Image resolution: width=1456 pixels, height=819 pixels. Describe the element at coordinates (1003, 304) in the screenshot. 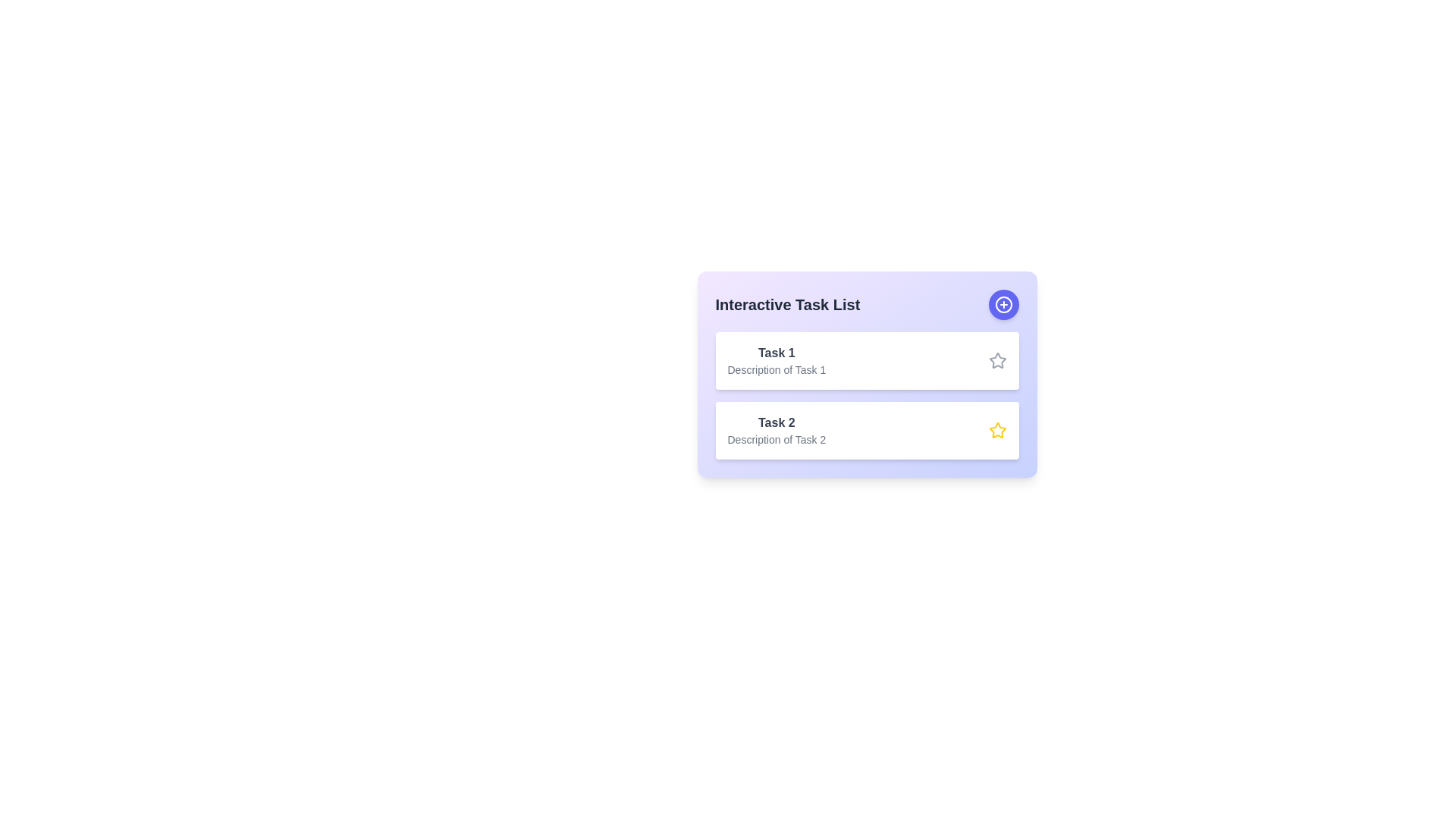

I see `the 'Add Item' button to create a new task` at that location.